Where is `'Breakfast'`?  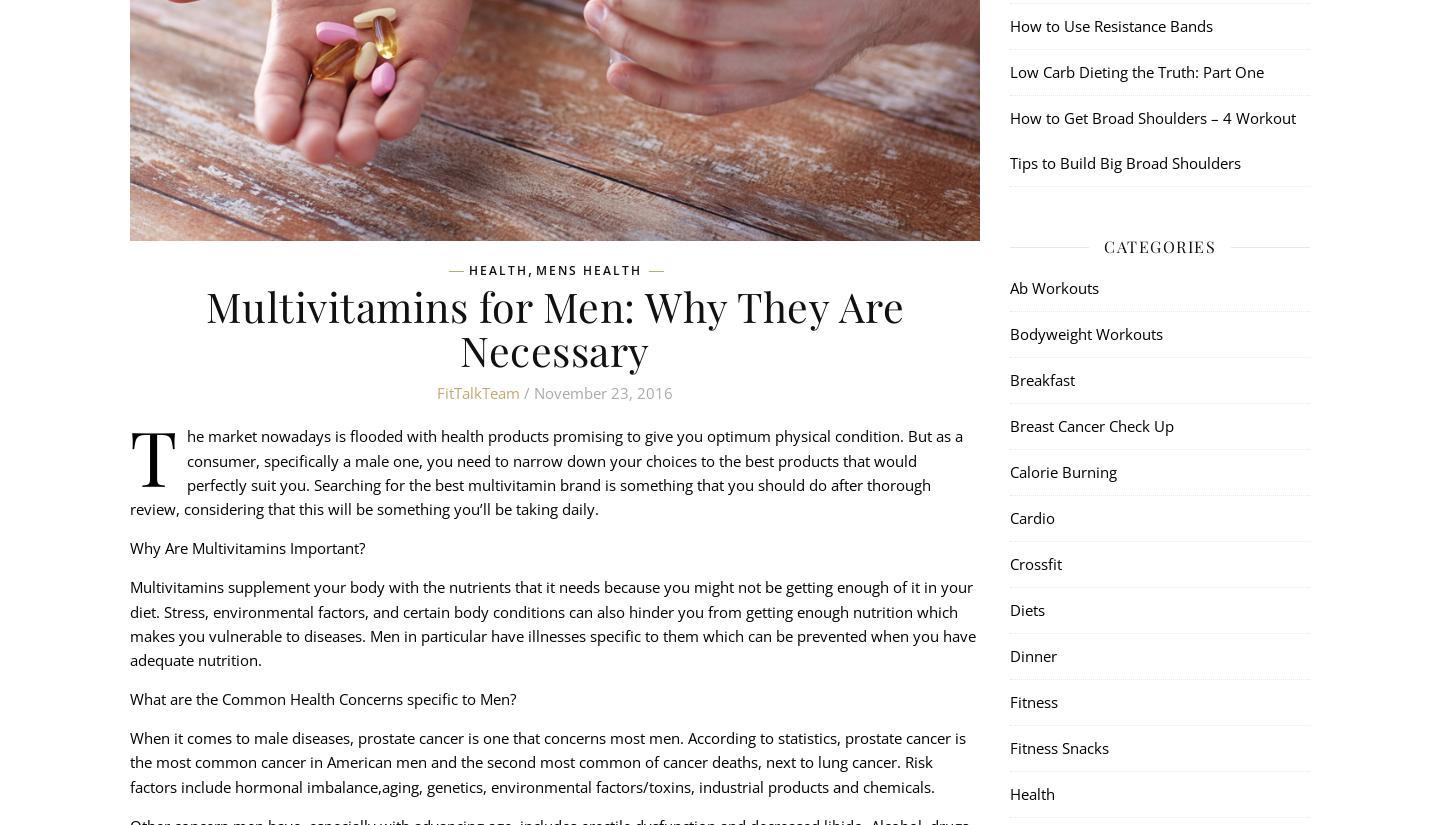
'Breakfast' is located at coordinates (1042, 379).